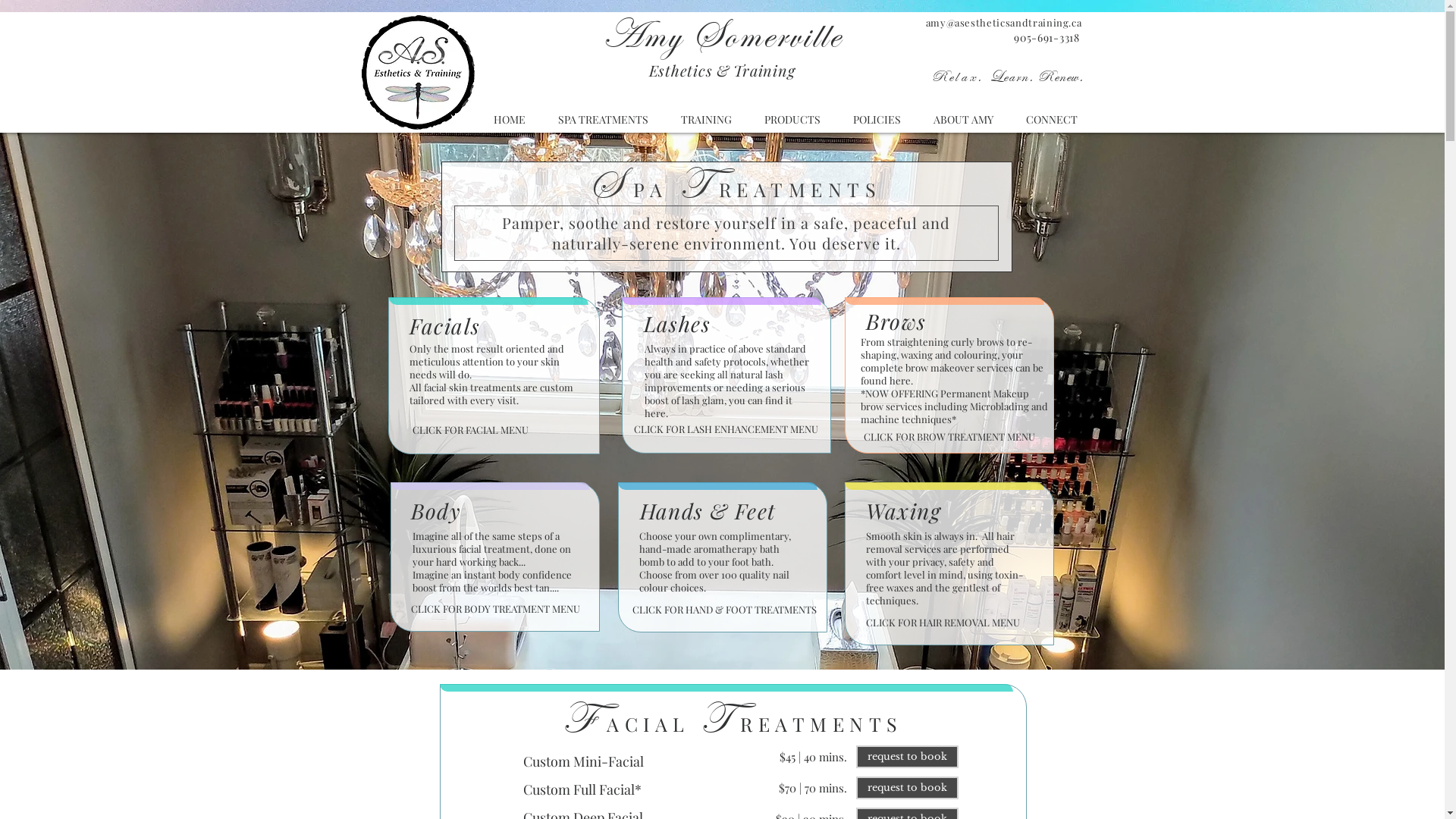  What do you see at coordinates (791, 118) in the screenshot?
I see `'PRODUCTS'` at bounding box center [791, 118].